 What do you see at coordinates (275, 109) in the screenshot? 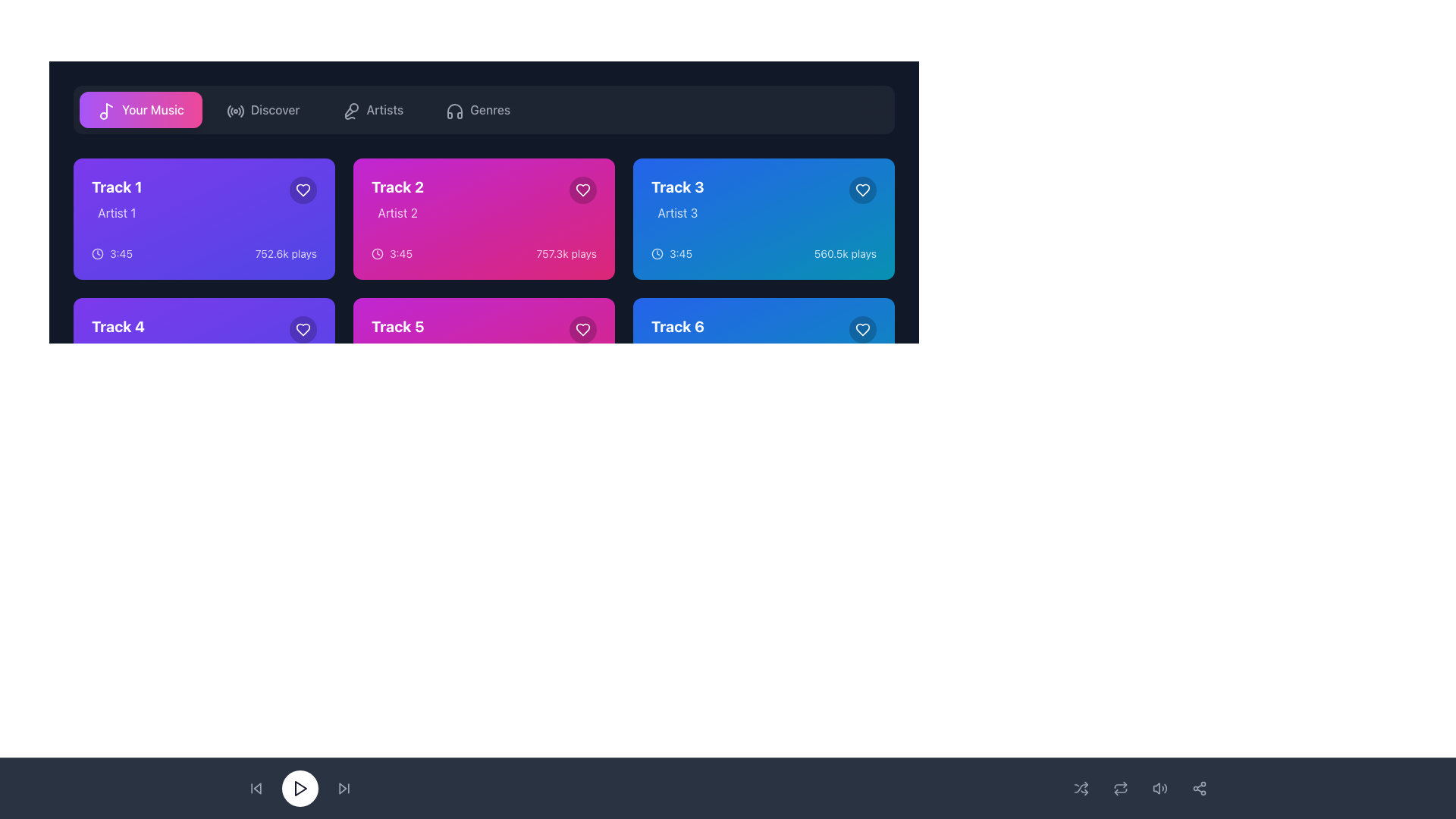
I see `the navigation link for the 'Discover' section located in the top navigation bar, positioned between 'Your Music' and 'Artists'` at bounding box center [275, 109].